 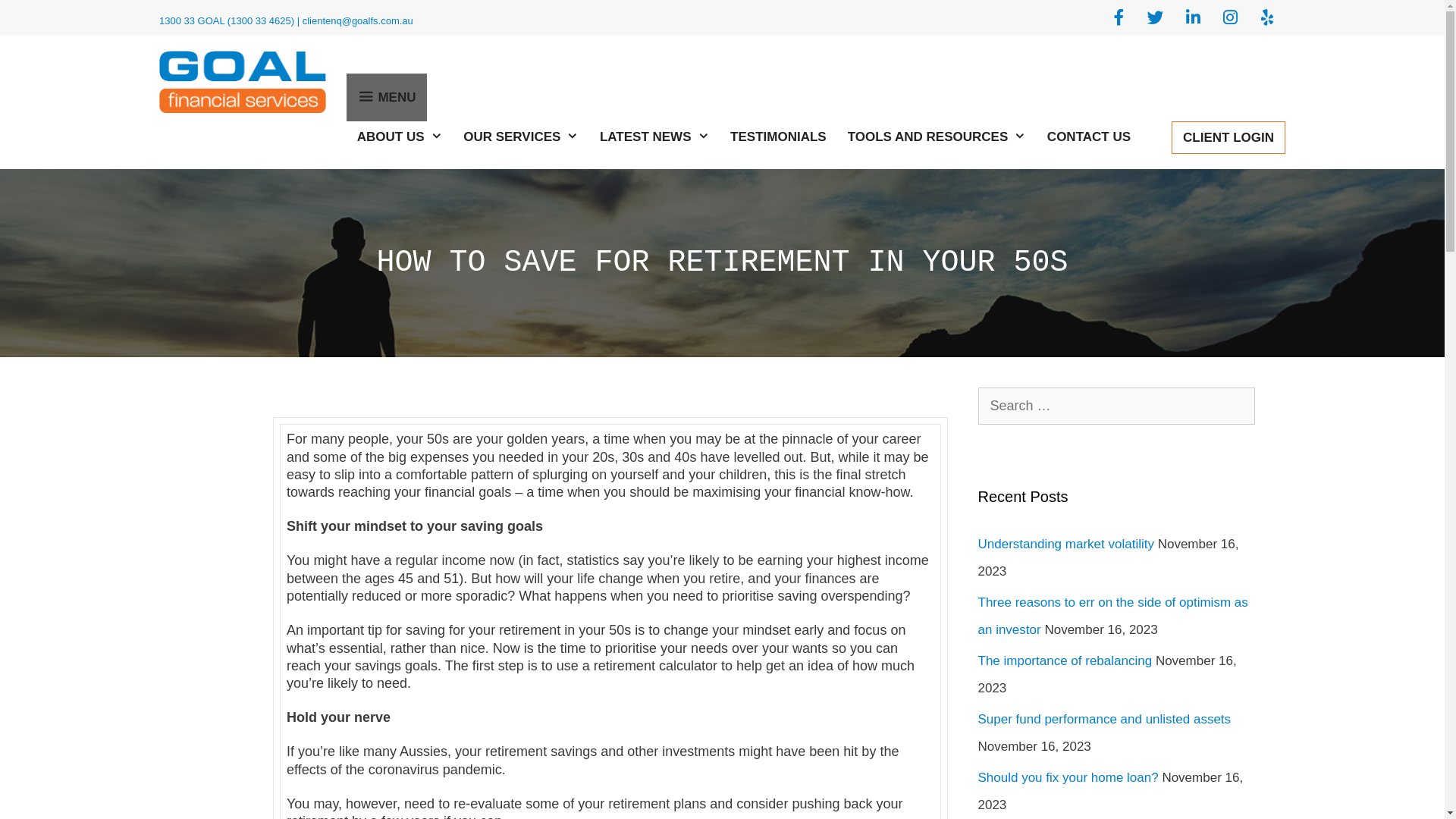 What do you see at coordinates (1065, 543) in the screenshot?
I see `'Understanding market volatility'` at bounding box center [1065, 543].